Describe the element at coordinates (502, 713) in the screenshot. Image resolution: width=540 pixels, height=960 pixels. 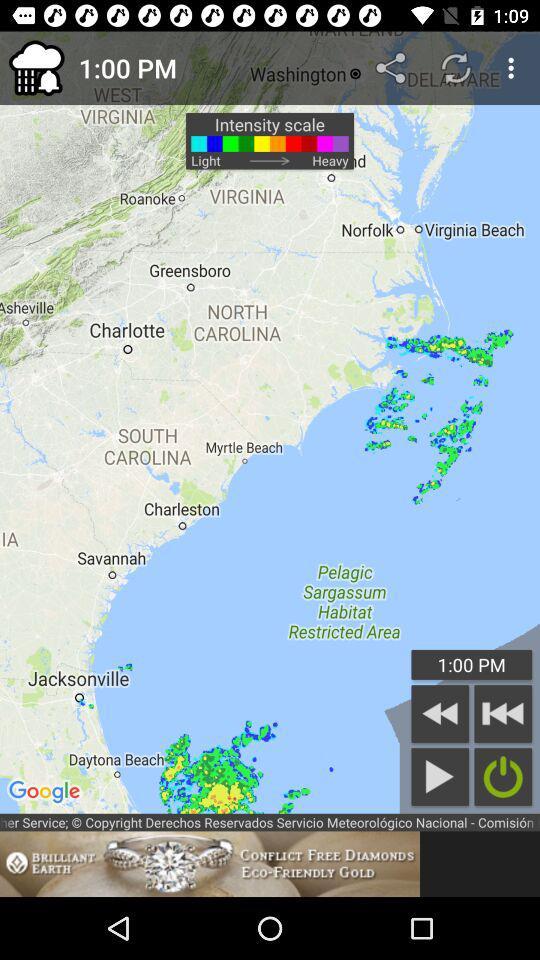
I see `previous` at that location.